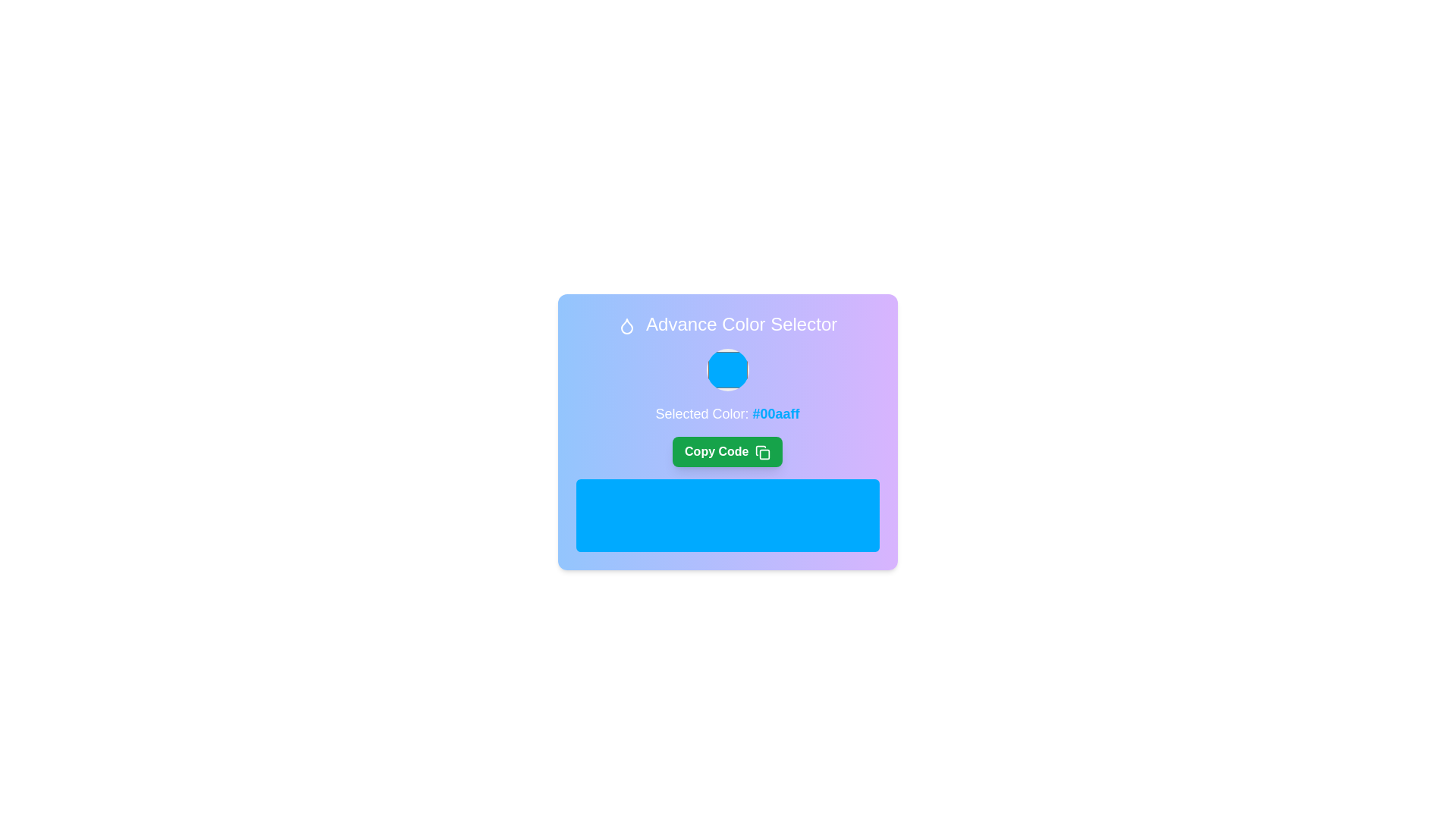 The height and width of the screenshot is (819, 1456). What do you see at coordinates (776, 414) in the screenshot?
I see `the text label that displays the currently selected color in hexadecimal format, which is part of the sentence 'Selected Color: ...' and shows the color code '#00aaff' in bold and blue` at bounding box center [776, 414].